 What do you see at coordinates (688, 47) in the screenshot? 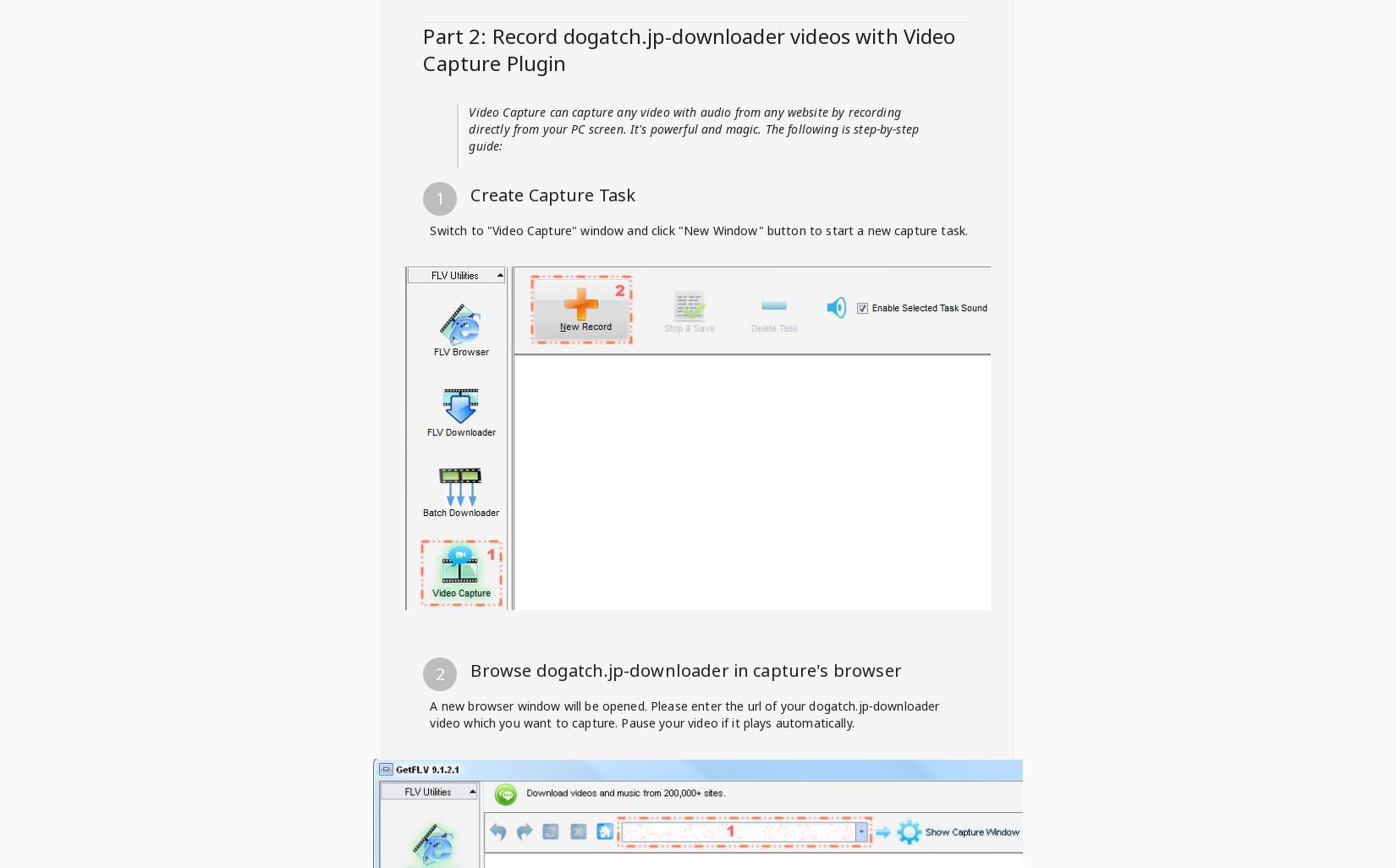
I see `'videos with Video Capture Plugin'` at bounding box center [688, 47].